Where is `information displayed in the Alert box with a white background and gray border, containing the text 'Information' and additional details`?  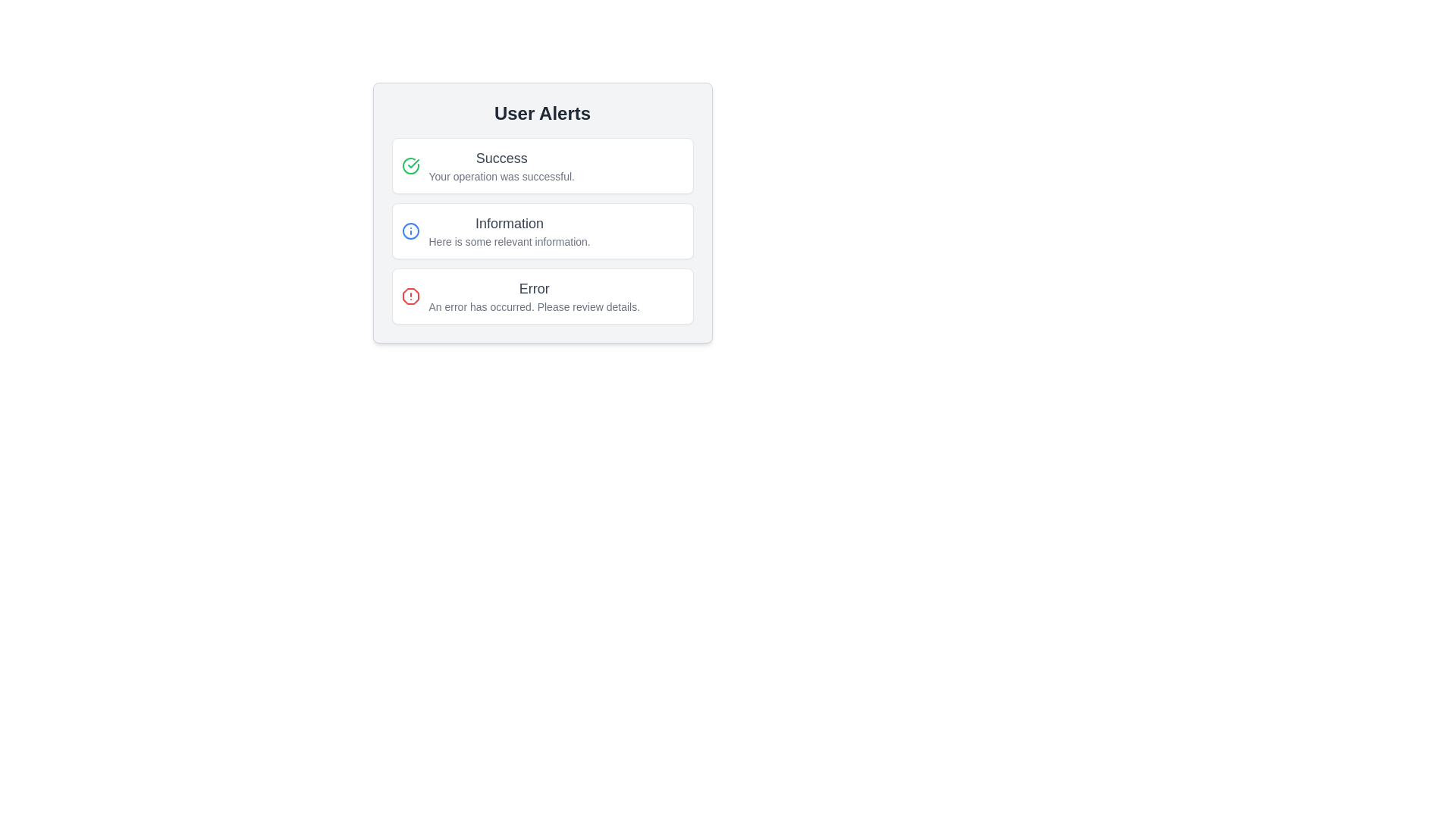
information displayed in the Alert box with a white background and gray border, containing the text 'Information' and additional details is located at coordinates (542, 231).